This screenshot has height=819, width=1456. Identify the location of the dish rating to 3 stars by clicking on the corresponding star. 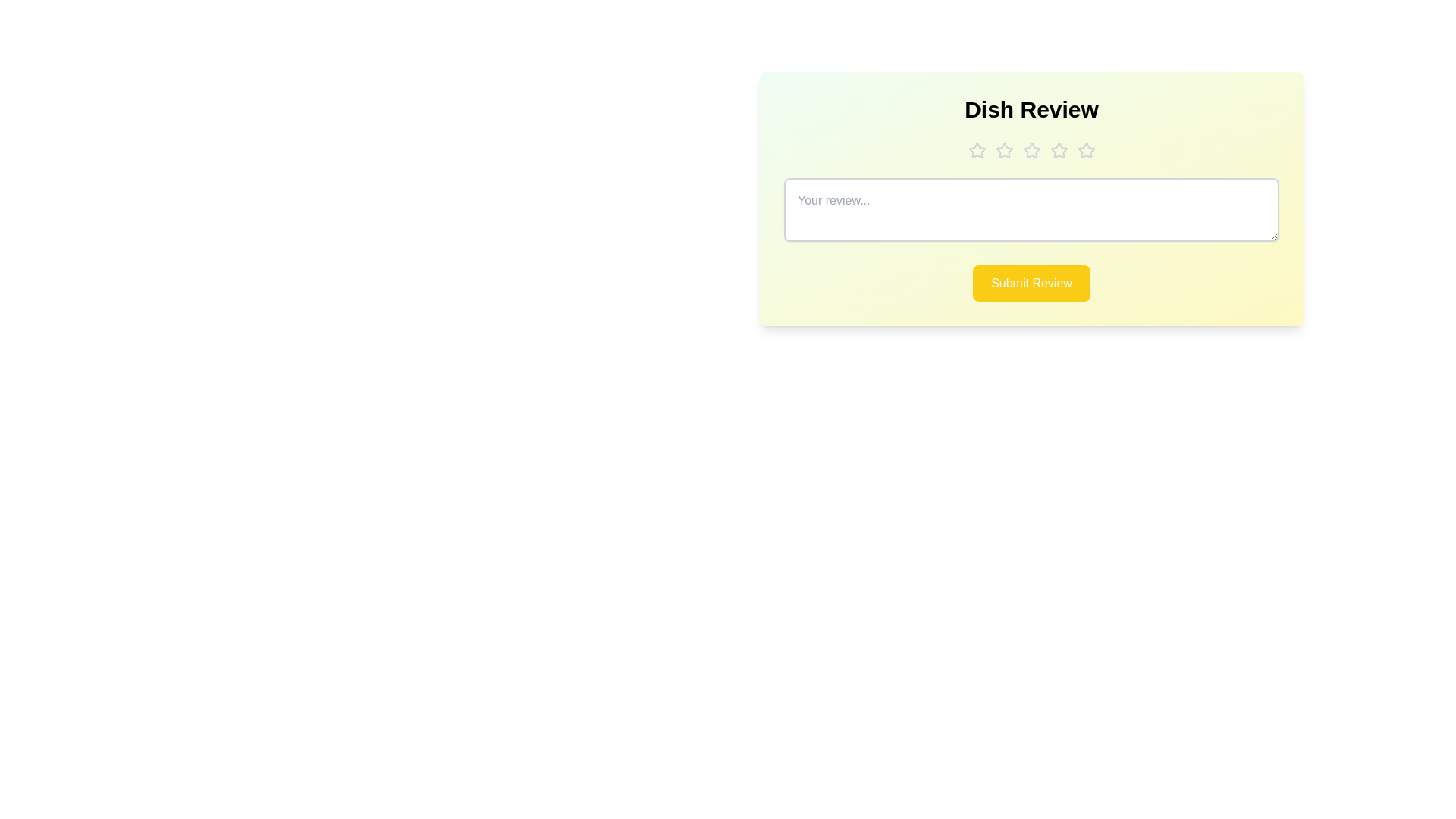
(1031, 151).